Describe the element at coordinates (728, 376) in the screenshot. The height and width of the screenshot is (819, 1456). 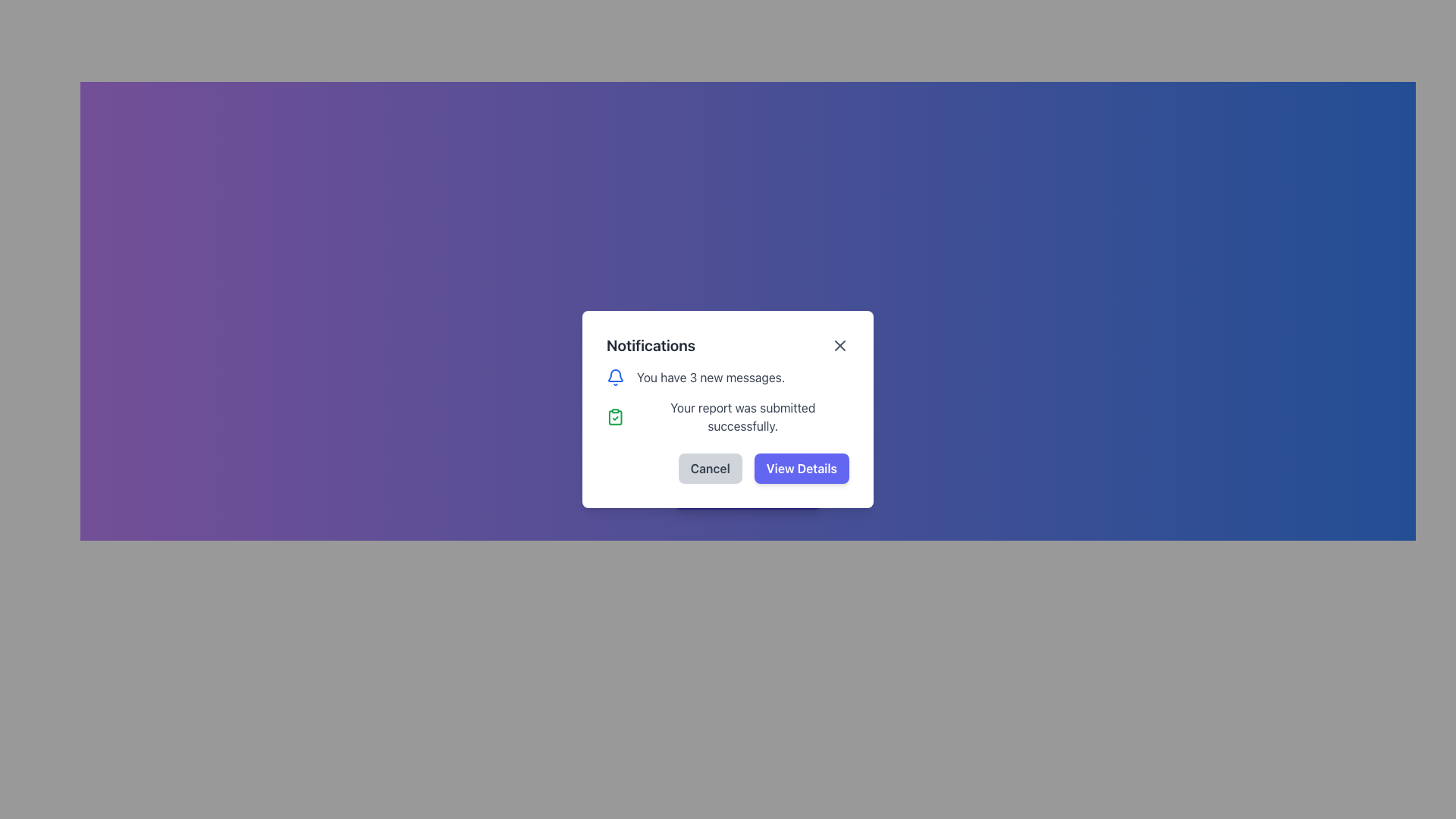
I see `the Text with Icon element that displays 'You have 3 new messages.' with a blue bell icon, positioned centrally in the modal dialog` at that location.